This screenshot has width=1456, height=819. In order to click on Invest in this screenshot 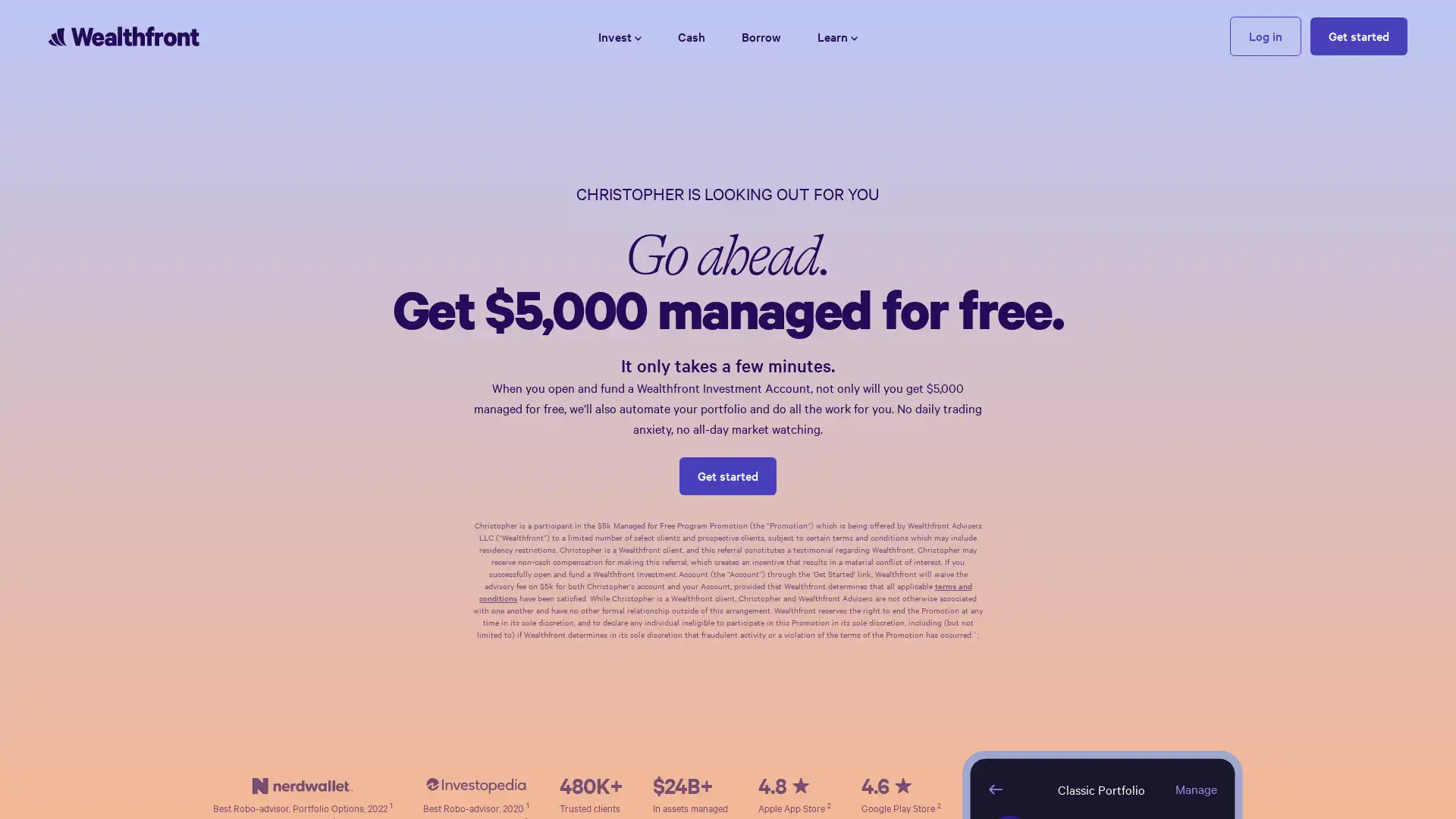, I will do `click(620, 35)`.